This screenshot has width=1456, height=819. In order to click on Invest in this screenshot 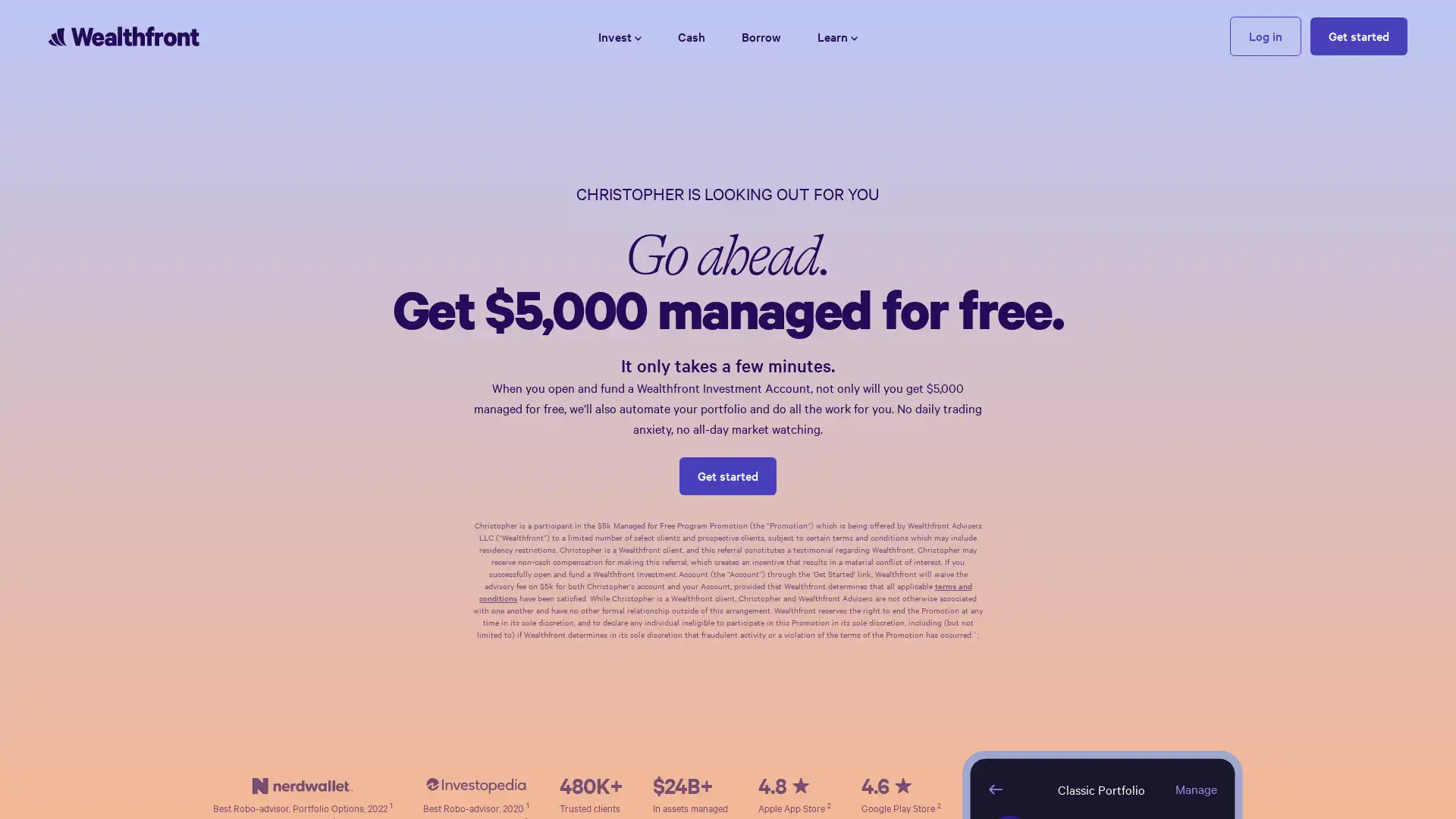, I will do `click(620, 35)`.